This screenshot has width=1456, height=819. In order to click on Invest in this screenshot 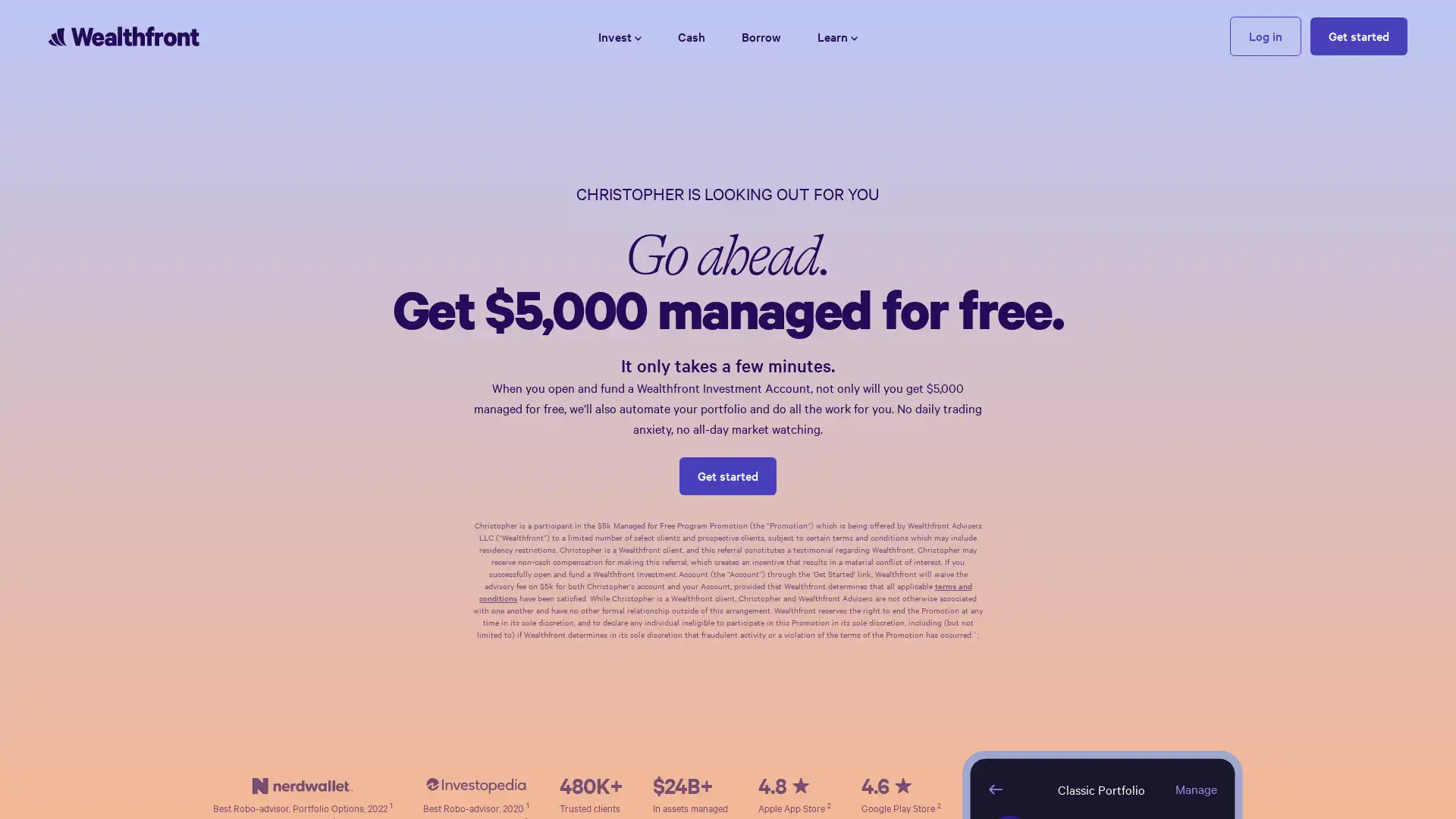, I will do `click(620, 35)`.